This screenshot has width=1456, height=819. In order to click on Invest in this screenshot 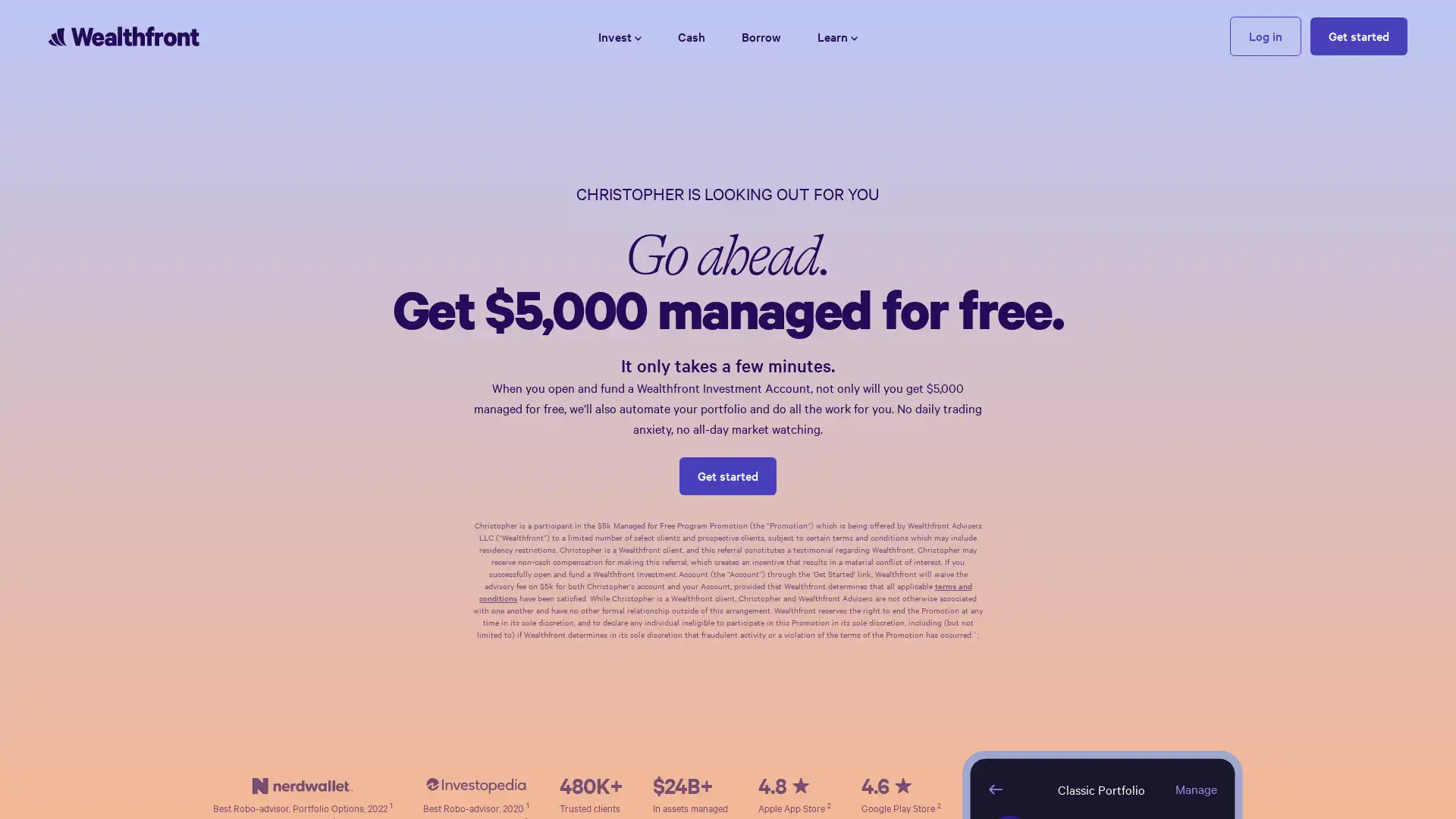, I will do `click(620, 35)`.